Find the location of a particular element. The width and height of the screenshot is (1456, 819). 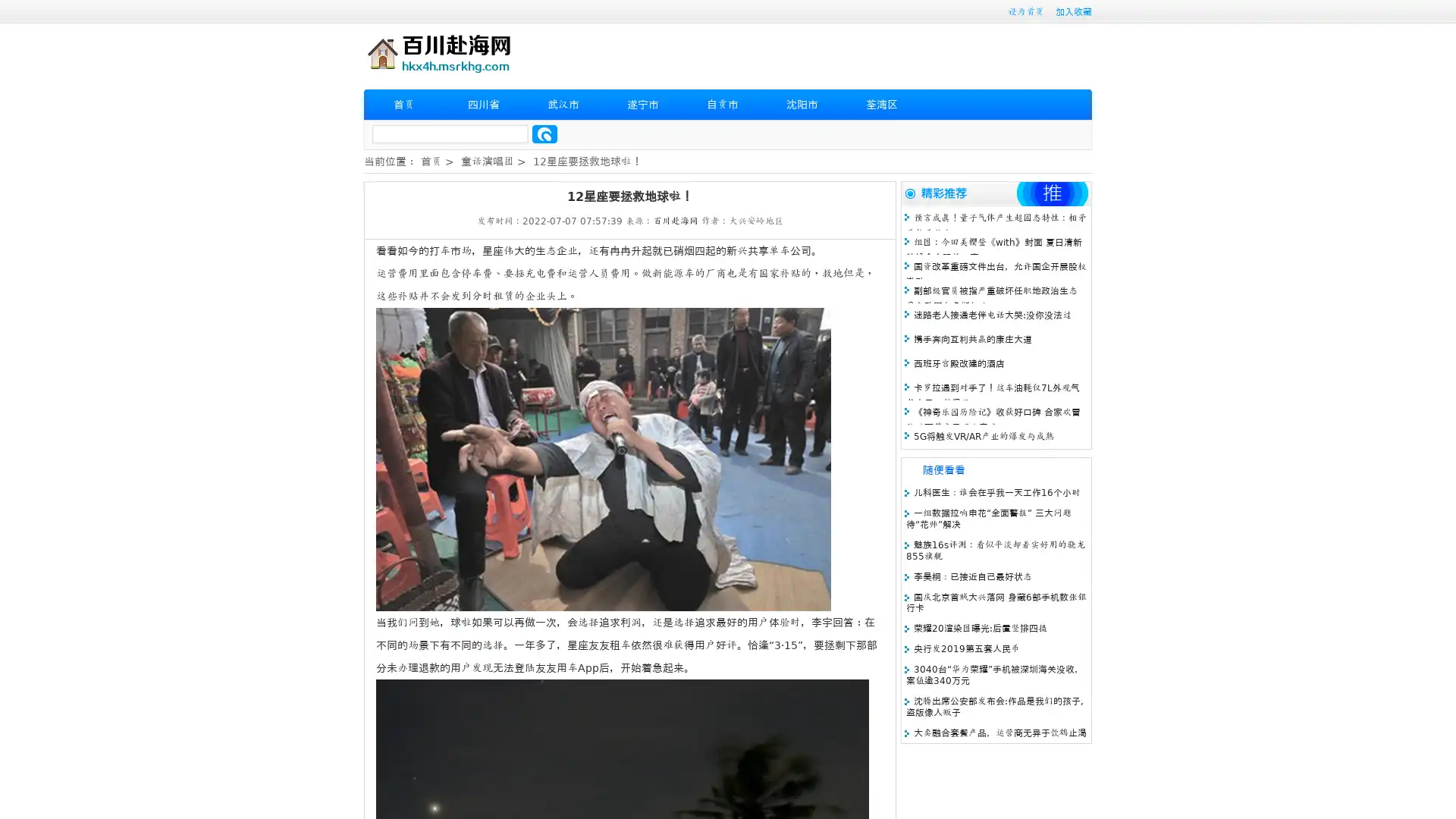

Search is located at coordinates (544, 133).